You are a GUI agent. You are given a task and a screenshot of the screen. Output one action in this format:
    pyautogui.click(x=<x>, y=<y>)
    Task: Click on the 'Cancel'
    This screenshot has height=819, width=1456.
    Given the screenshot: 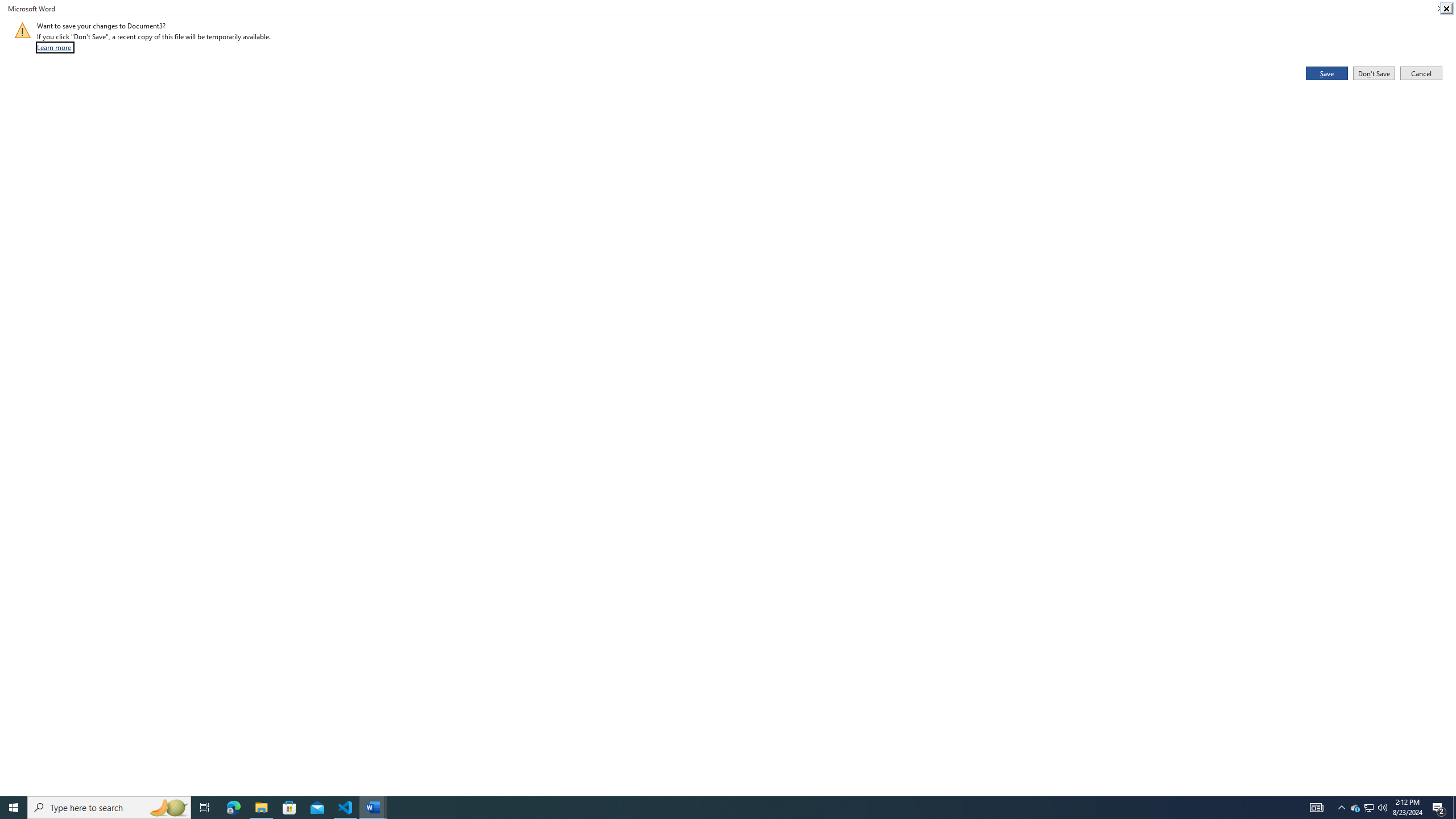 What is the action you would take?
    pyautogui.click(x=1421, y=72)
    